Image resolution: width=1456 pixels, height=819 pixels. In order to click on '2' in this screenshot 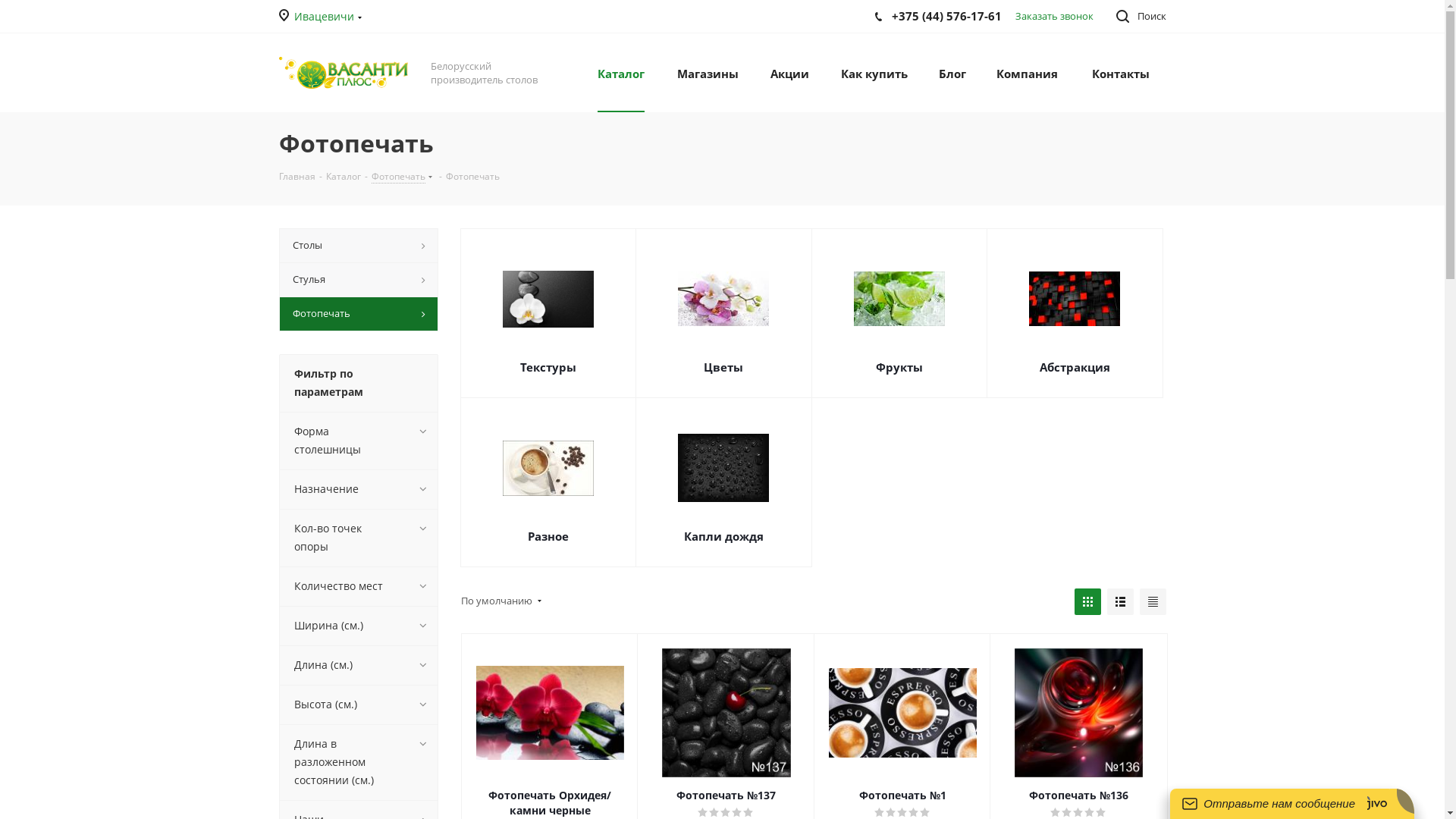, I will do `click(1066, 812)`.